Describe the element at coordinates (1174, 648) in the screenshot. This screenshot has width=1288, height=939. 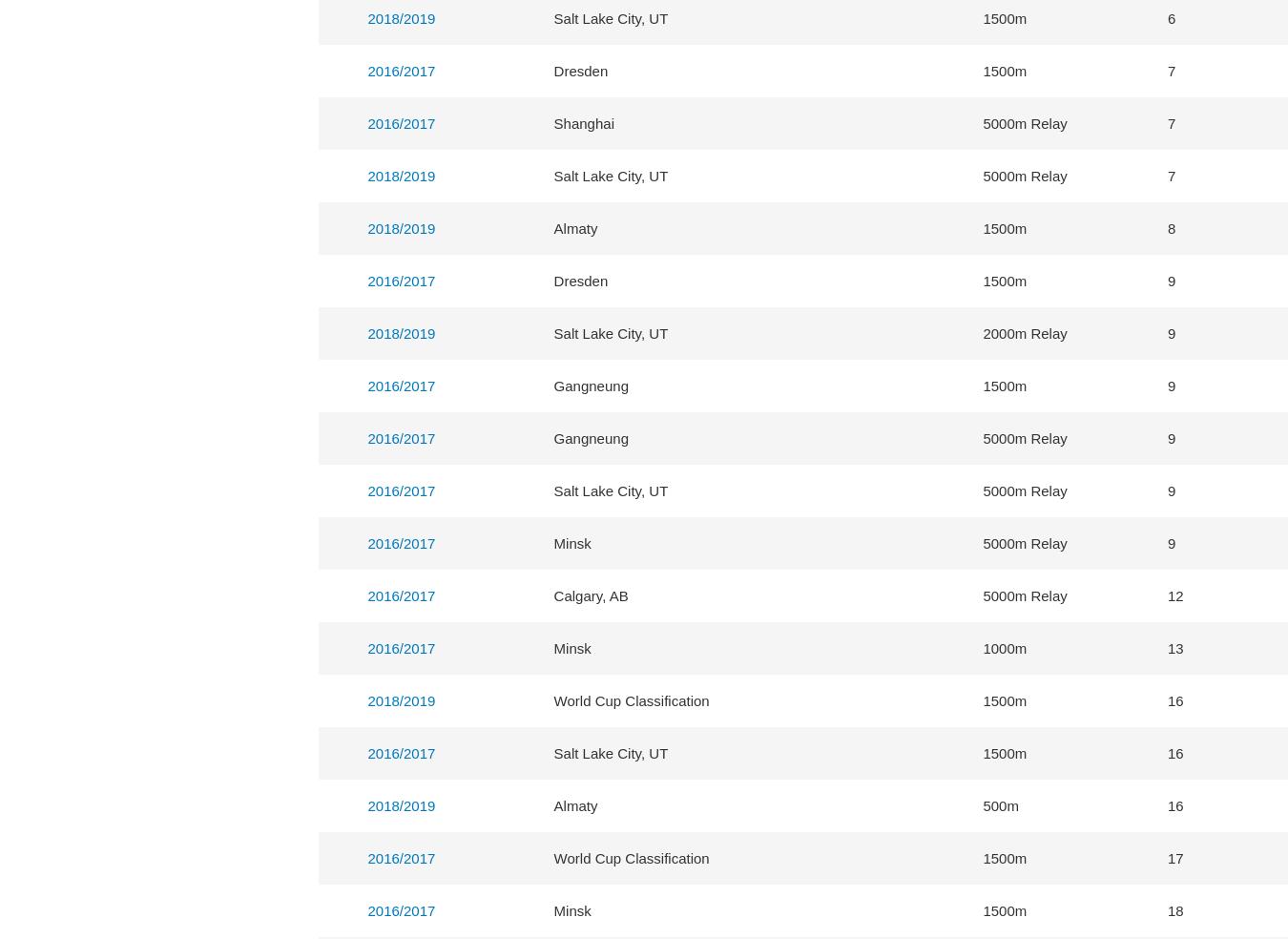
I see `'13'` at that location.